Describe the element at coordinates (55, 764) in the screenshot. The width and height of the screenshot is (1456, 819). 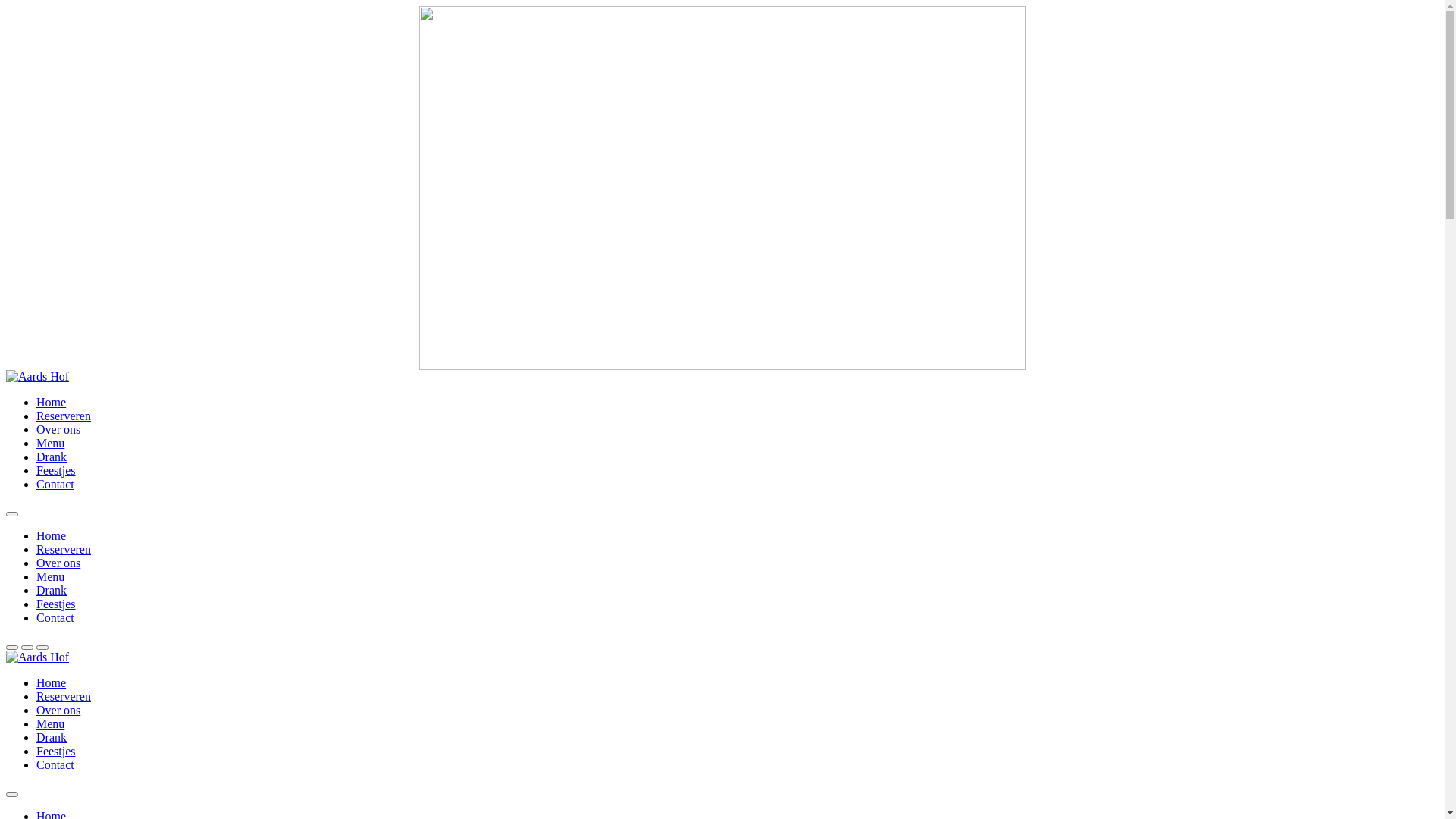
I see `'Contact'` at that location.